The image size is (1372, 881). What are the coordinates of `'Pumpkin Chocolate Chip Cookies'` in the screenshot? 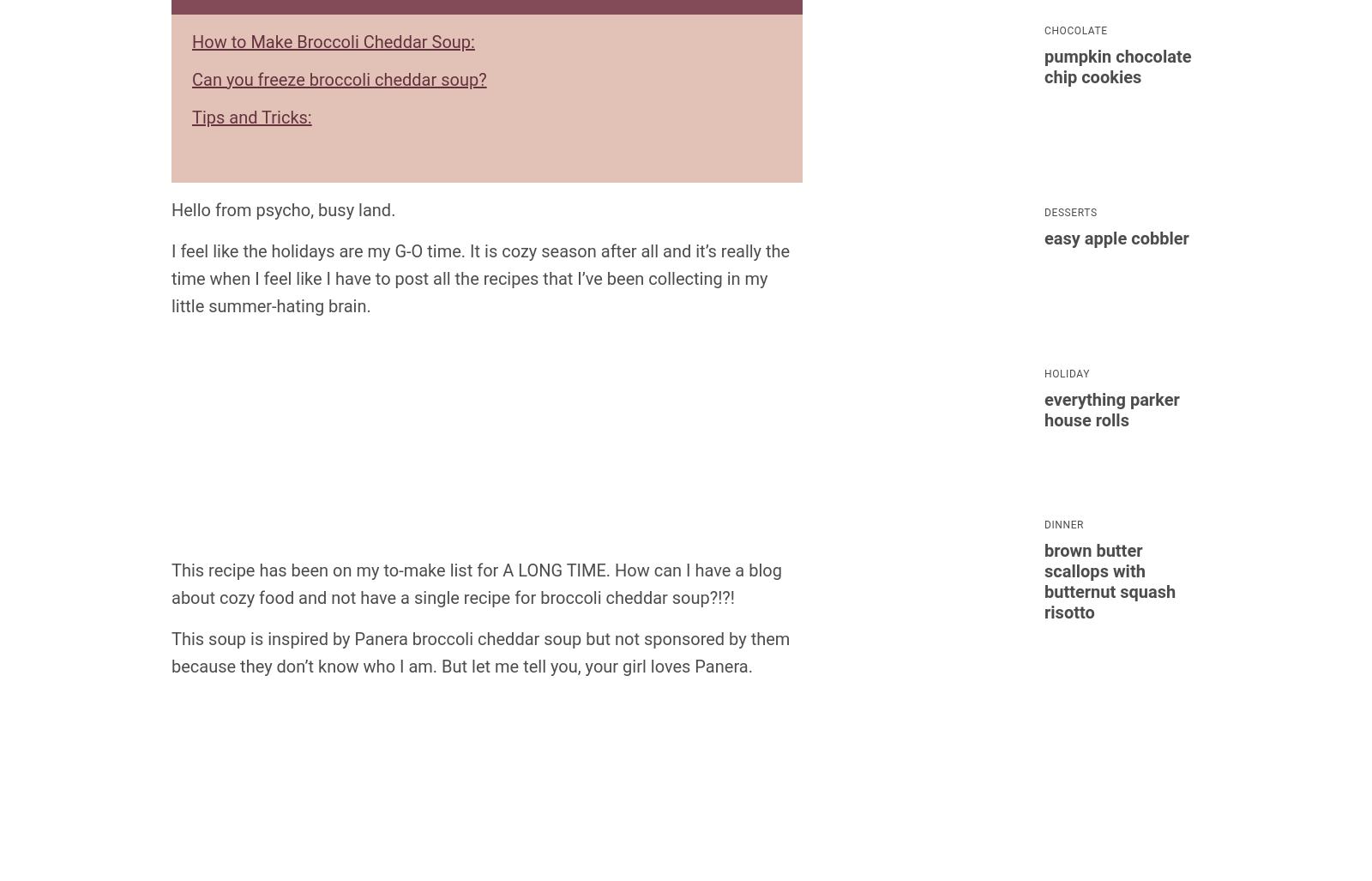 It's located at (1116, 65).